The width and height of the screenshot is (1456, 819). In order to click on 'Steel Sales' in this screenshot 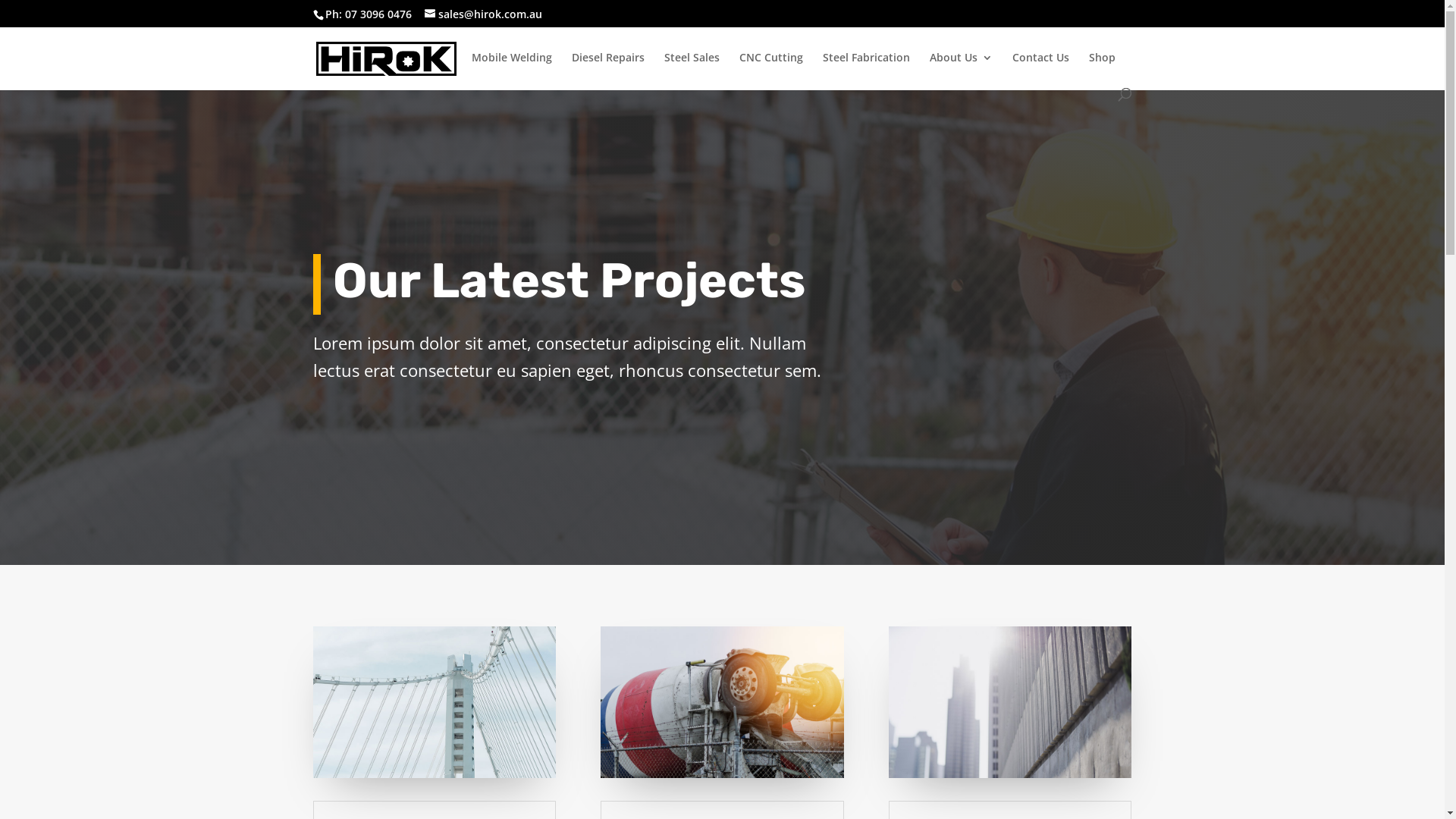, I will do `click(691, 70)`.